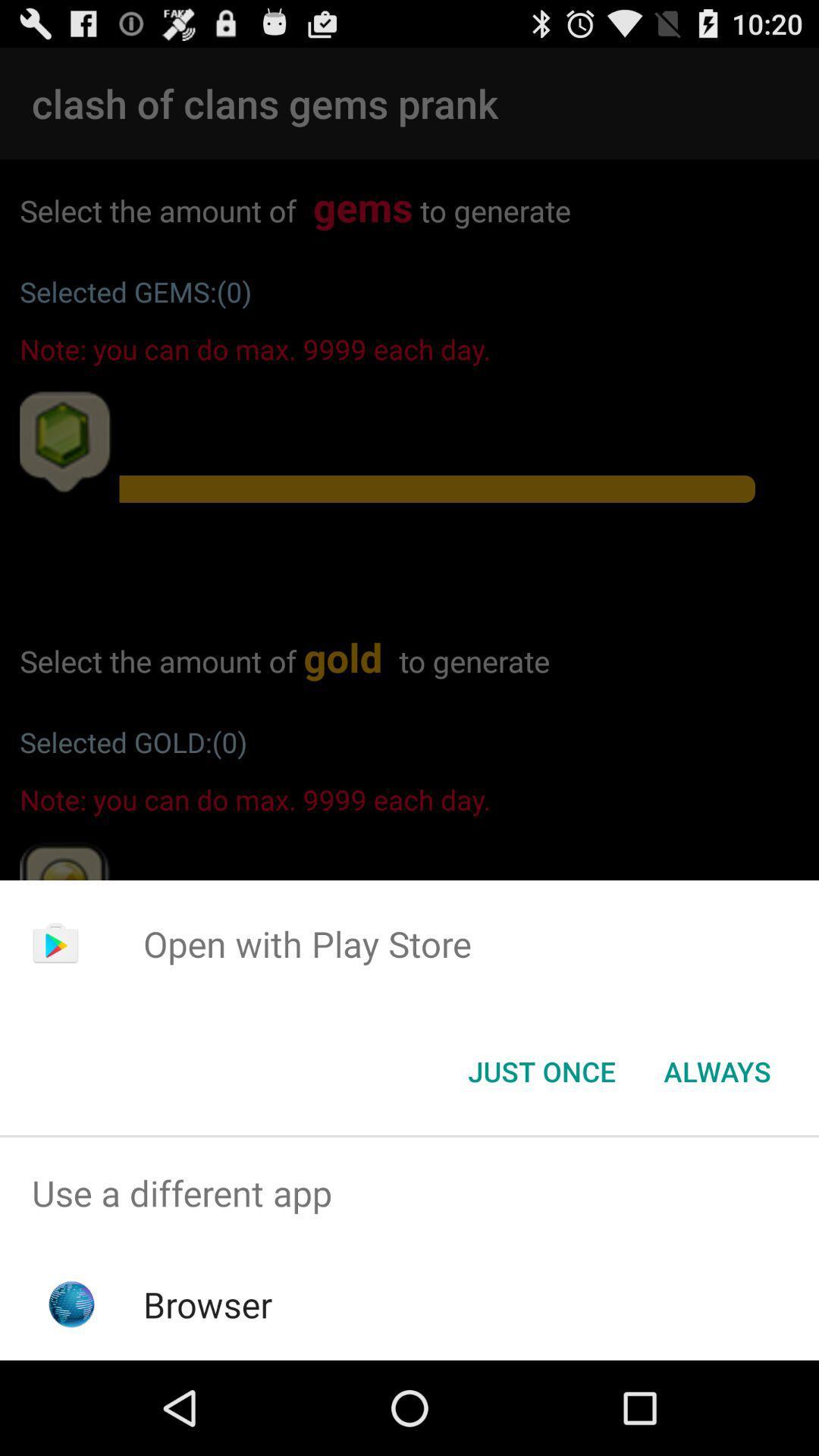 This screenshot has height=1456, width=819. I want to click on always at the bottom right corner, so click(717, 1070).